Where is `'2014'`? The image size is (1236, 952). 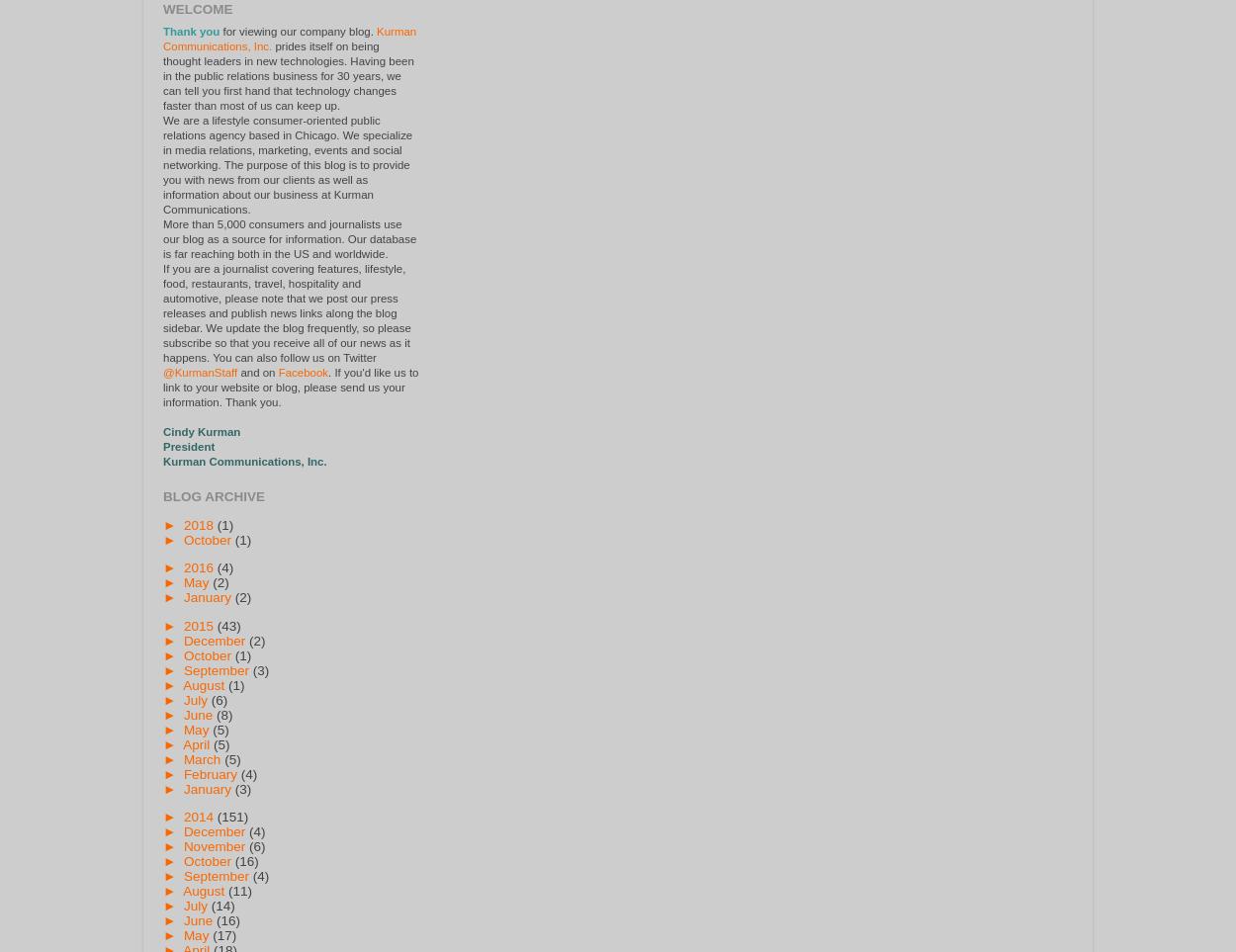
'2014' is located at coordinates (183, 816).